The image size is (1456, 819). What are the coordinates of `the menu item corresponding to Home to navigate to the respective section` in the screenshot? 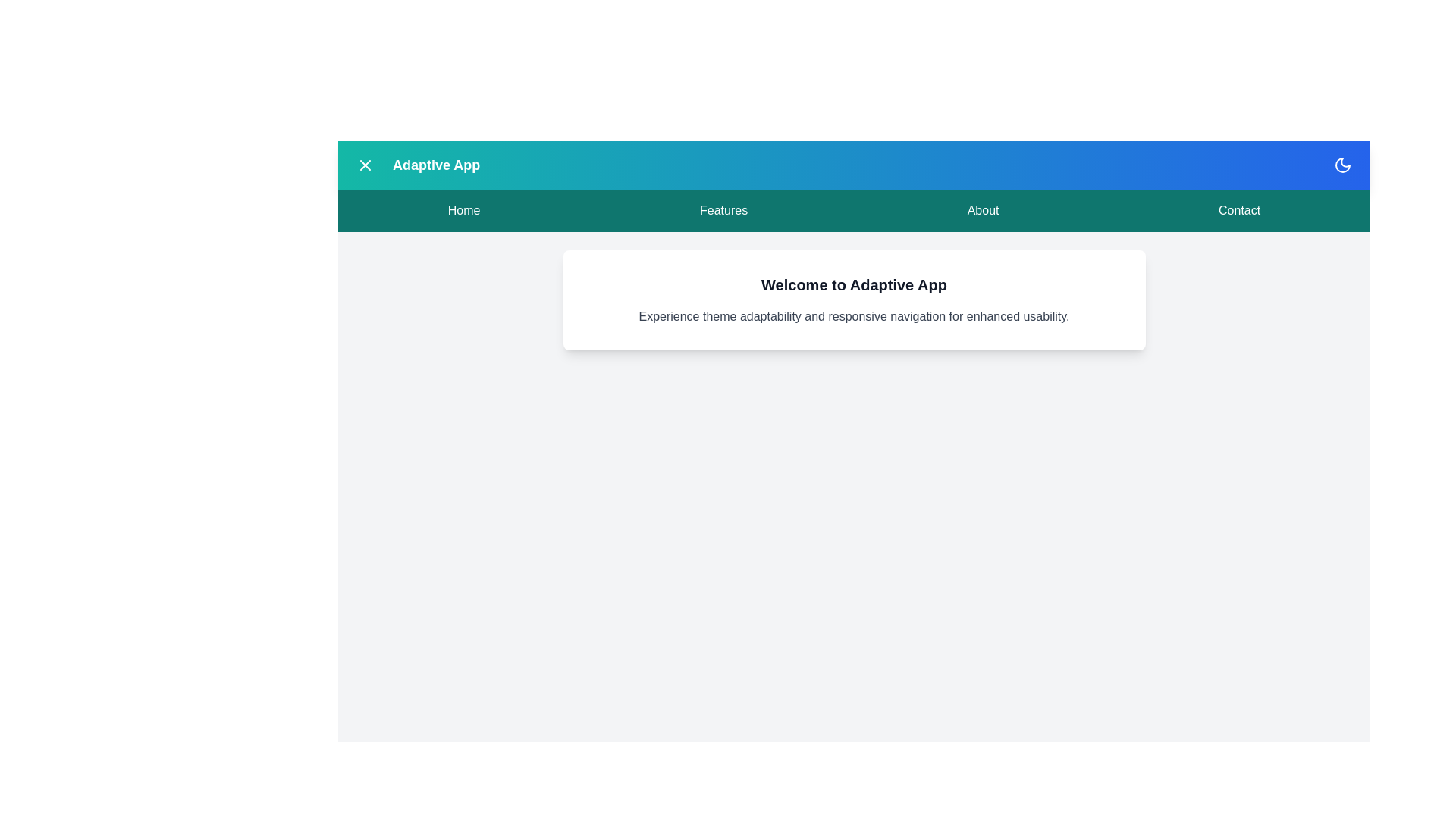 It's located at (463, 210).